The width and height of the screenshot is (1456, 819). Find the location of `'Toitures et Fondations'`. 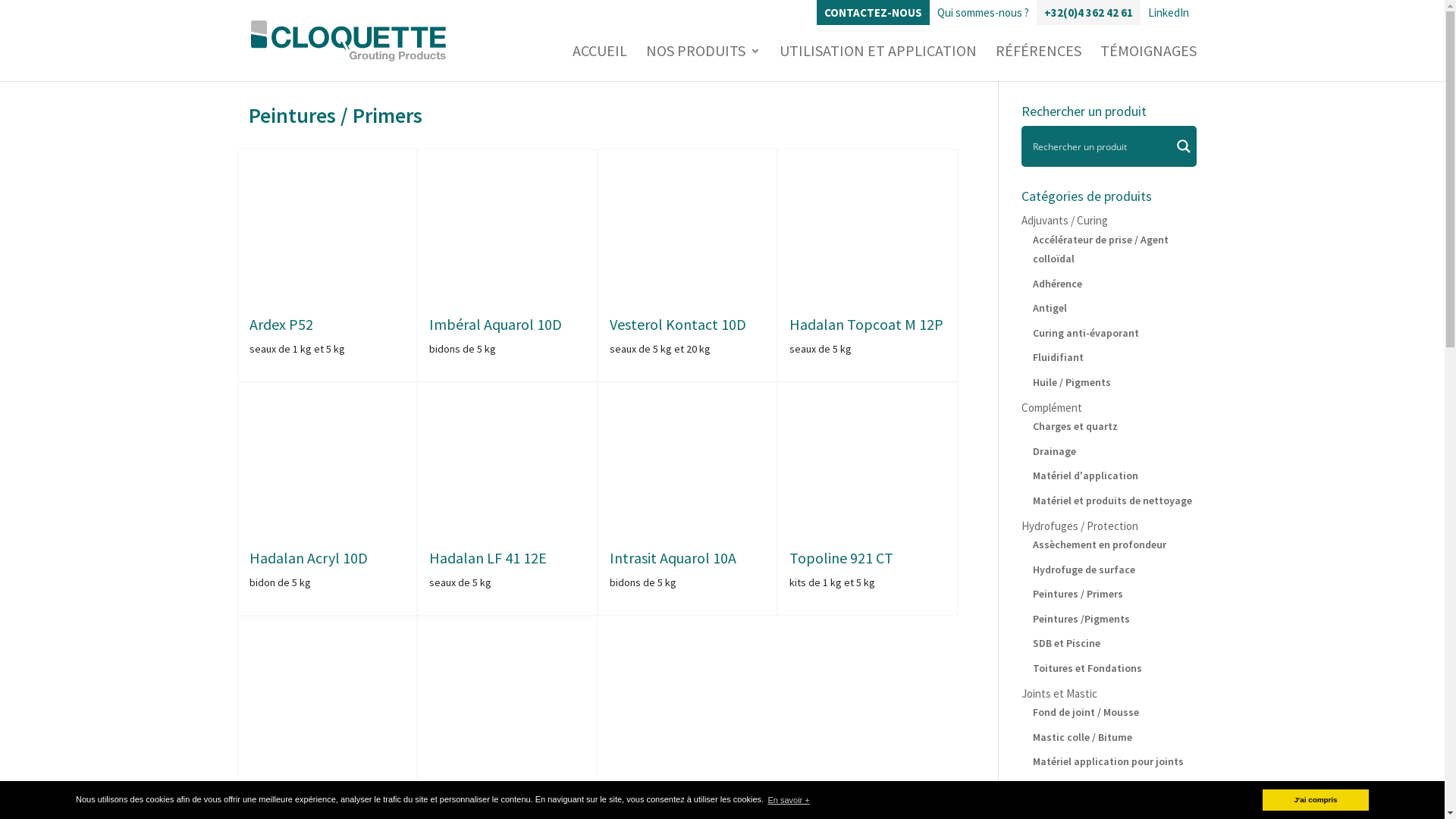

'Toitures et Fondations' is located at coordinates (1087, 667).